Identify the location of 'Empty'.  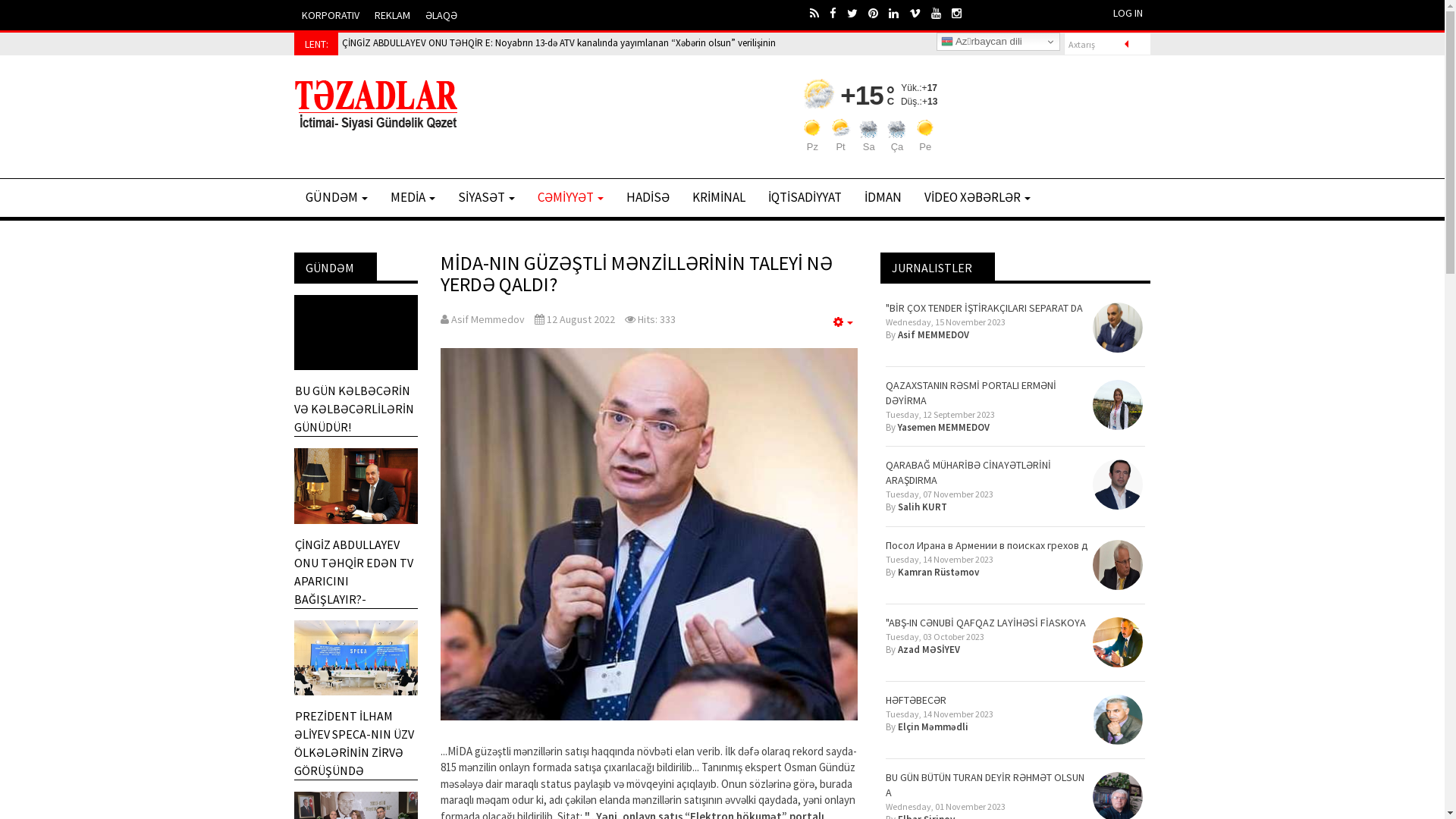
(843, 321).